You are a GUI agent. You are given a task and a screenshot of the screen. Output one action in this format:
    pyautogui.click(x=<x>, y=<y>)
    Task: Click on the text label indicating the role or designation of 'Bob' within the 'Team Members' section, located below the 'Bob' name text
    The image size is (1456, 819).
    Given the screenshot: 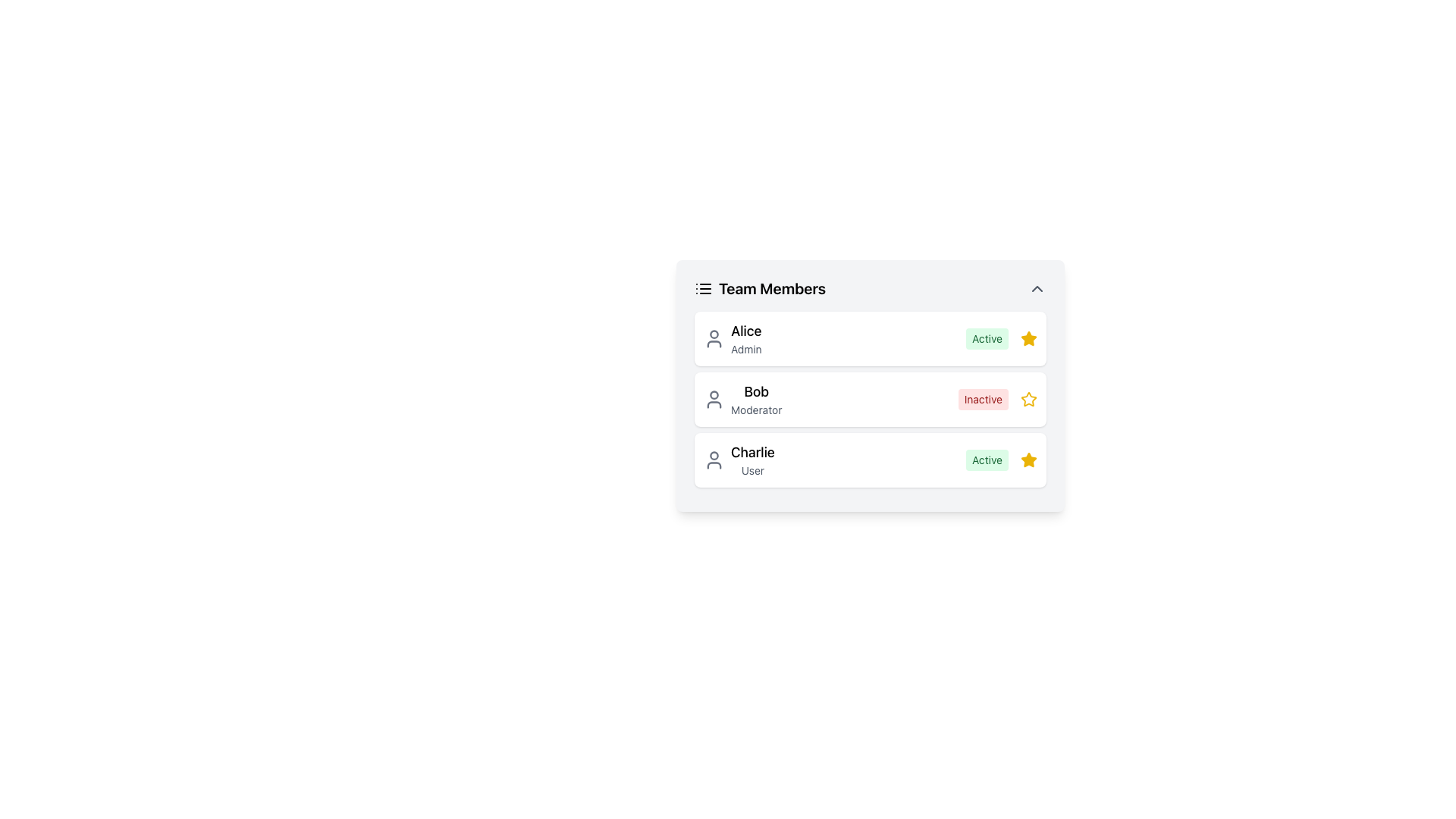 What is the action you would take?
    pyautogui.click(x=756, y=409)
    